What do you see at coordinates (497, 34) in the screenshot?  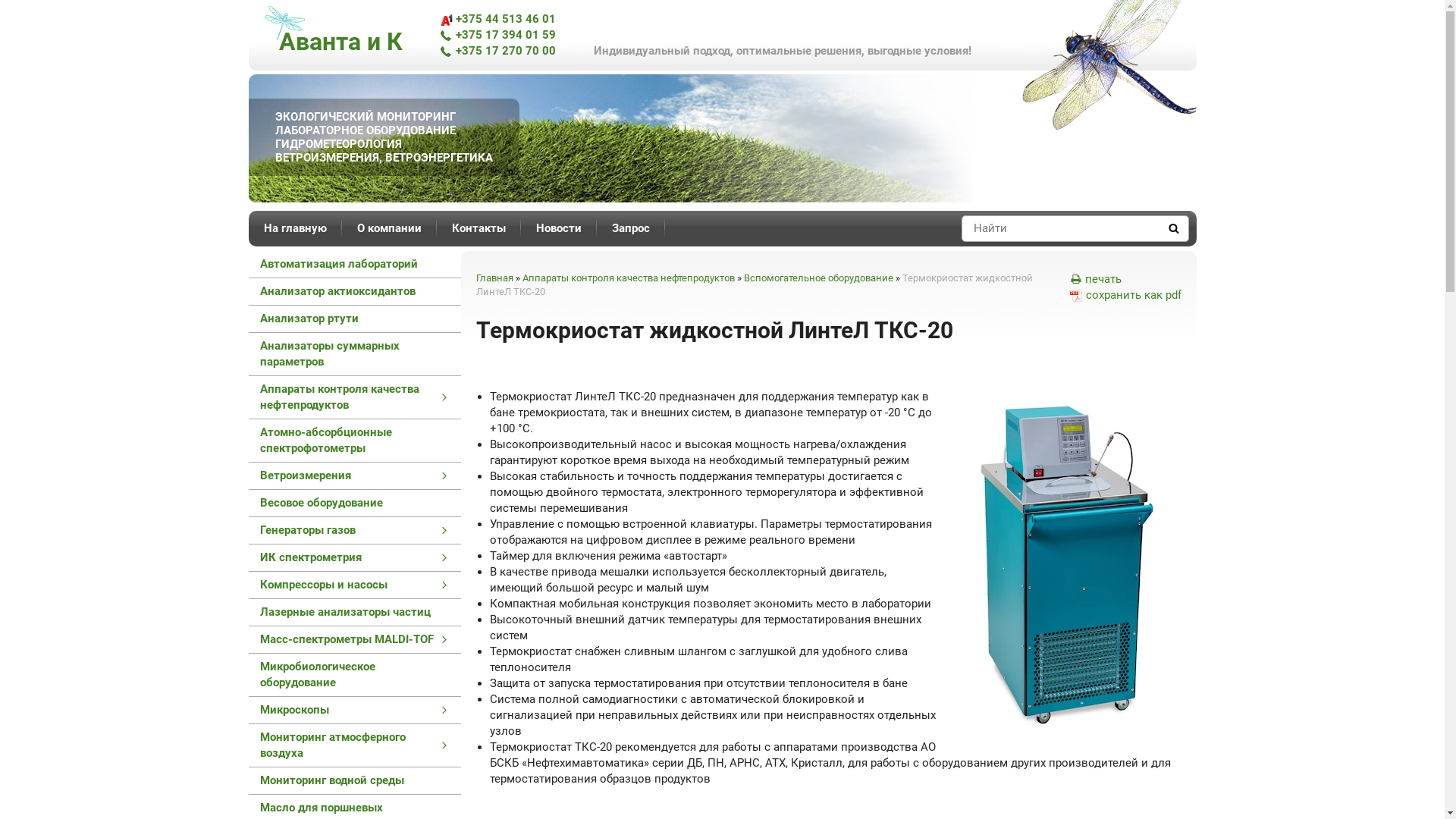 I see `'+375 17 394 01 59'` at bounding box center [497, 34].